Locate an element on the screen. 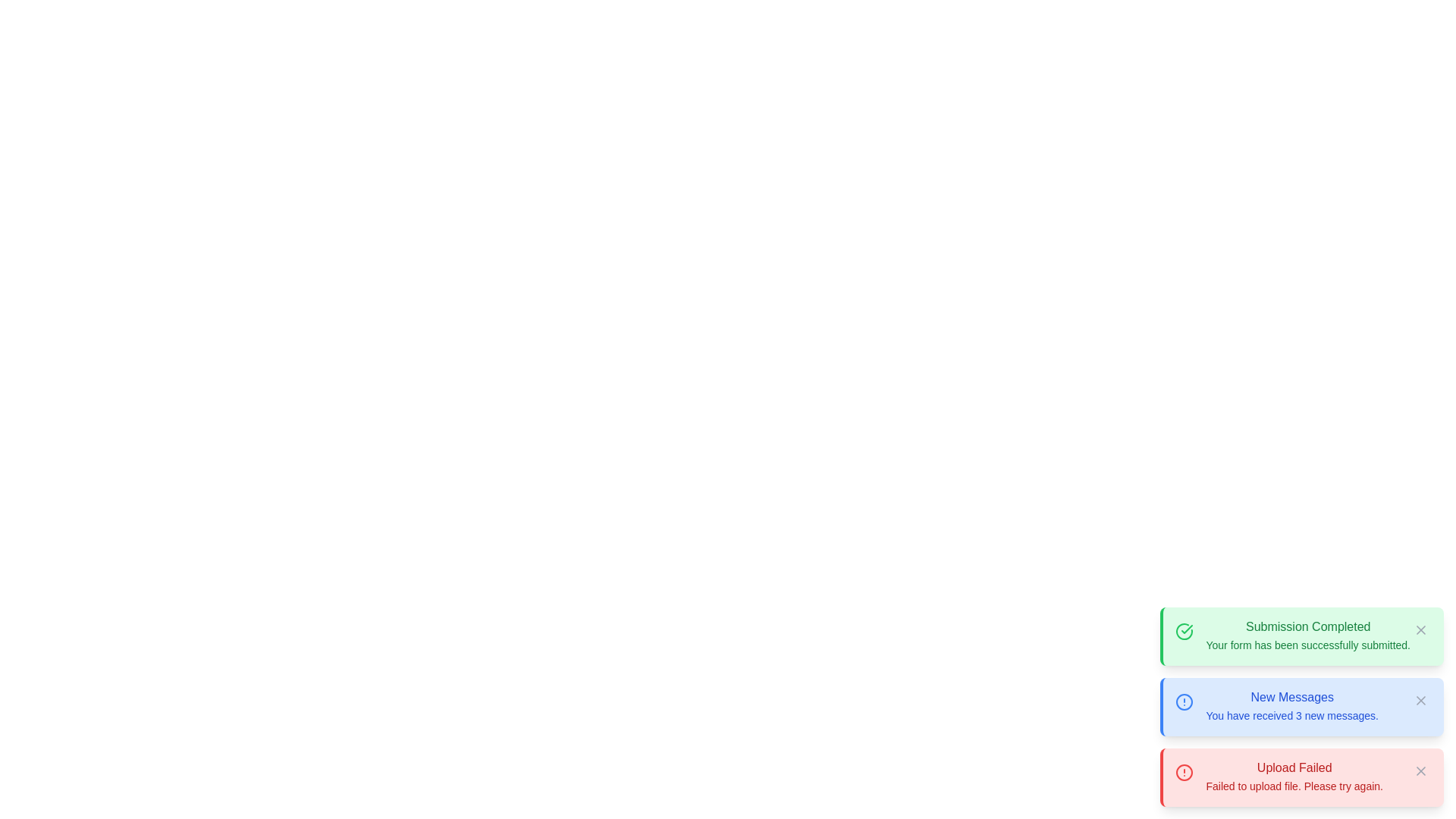 The height and width of the screenshot is (819, 1456). the circular outline with a blue hue, which is positioned centrally within the 'New Messages' notification icon on the left side of the notification card is located at coordinates (1184, 701).